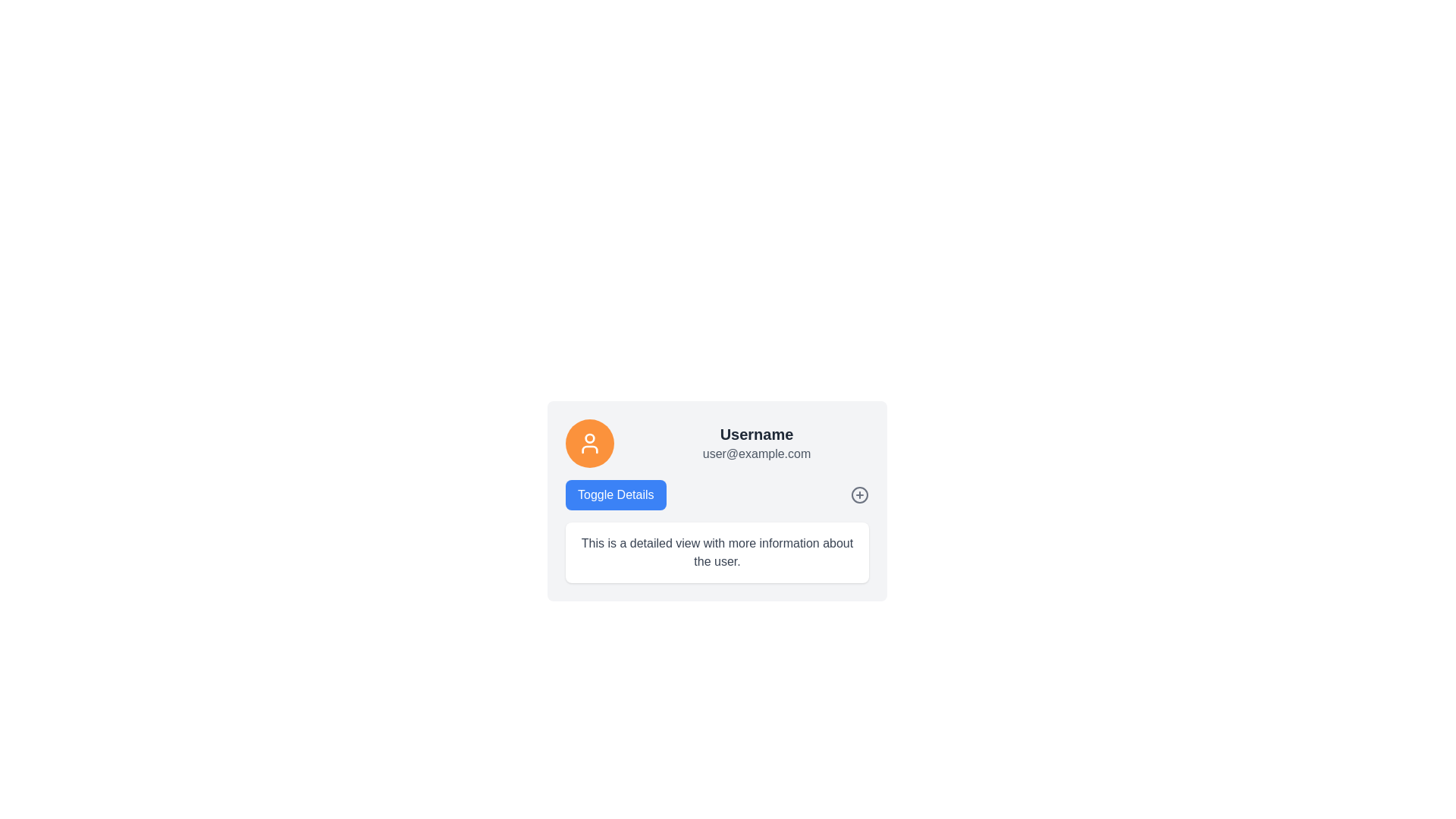 This screenshot has width=1456, height=819. What do you see at coordinates (588, 444) in the screenshot?
I see `the user icon which is inside a circular orange background, located above the text displaying the username and email` at bounding box center [588, 444].